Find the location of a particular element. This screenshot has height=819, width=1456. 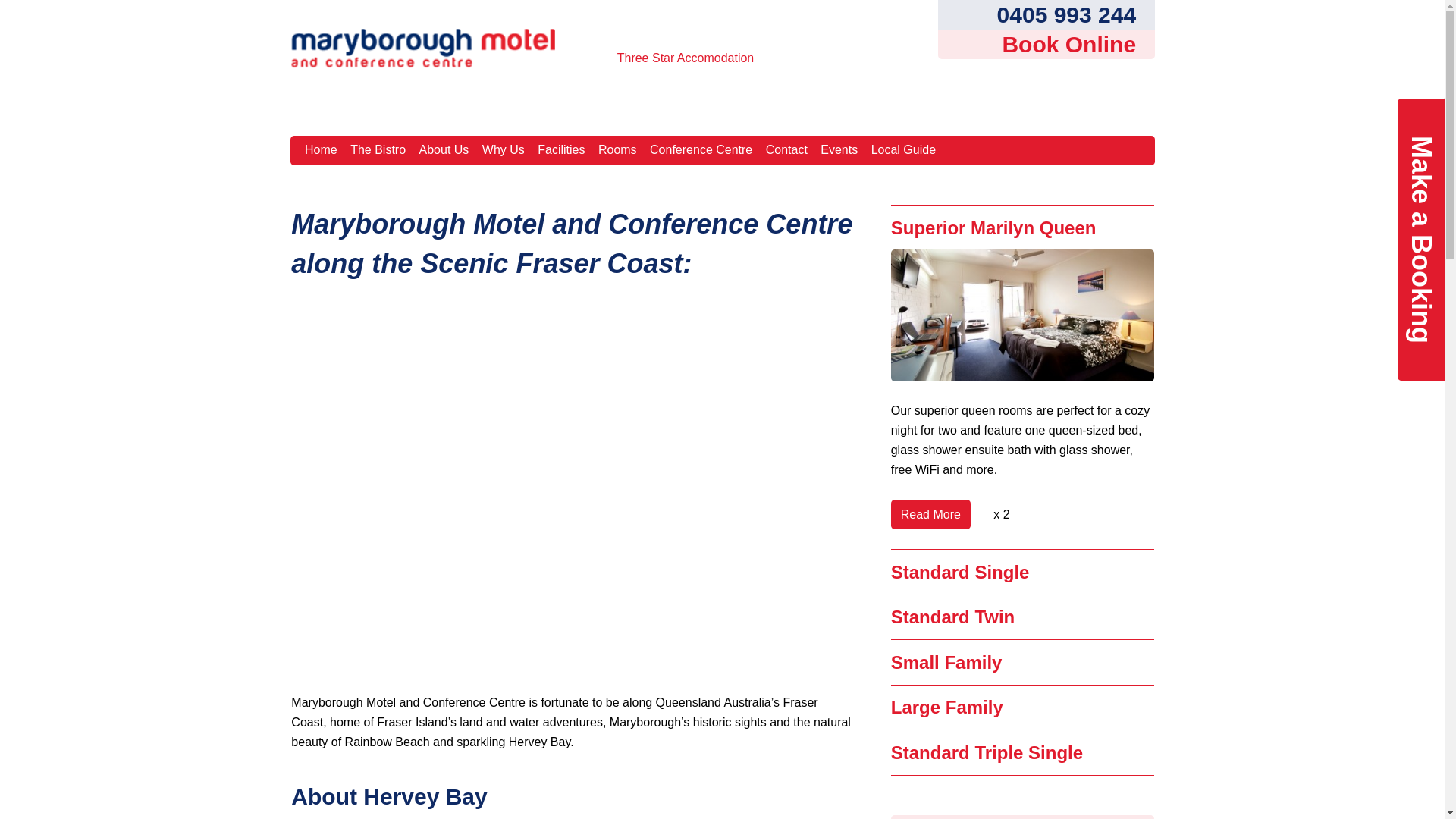

'Why Us' is located at coordinates (503, 150).